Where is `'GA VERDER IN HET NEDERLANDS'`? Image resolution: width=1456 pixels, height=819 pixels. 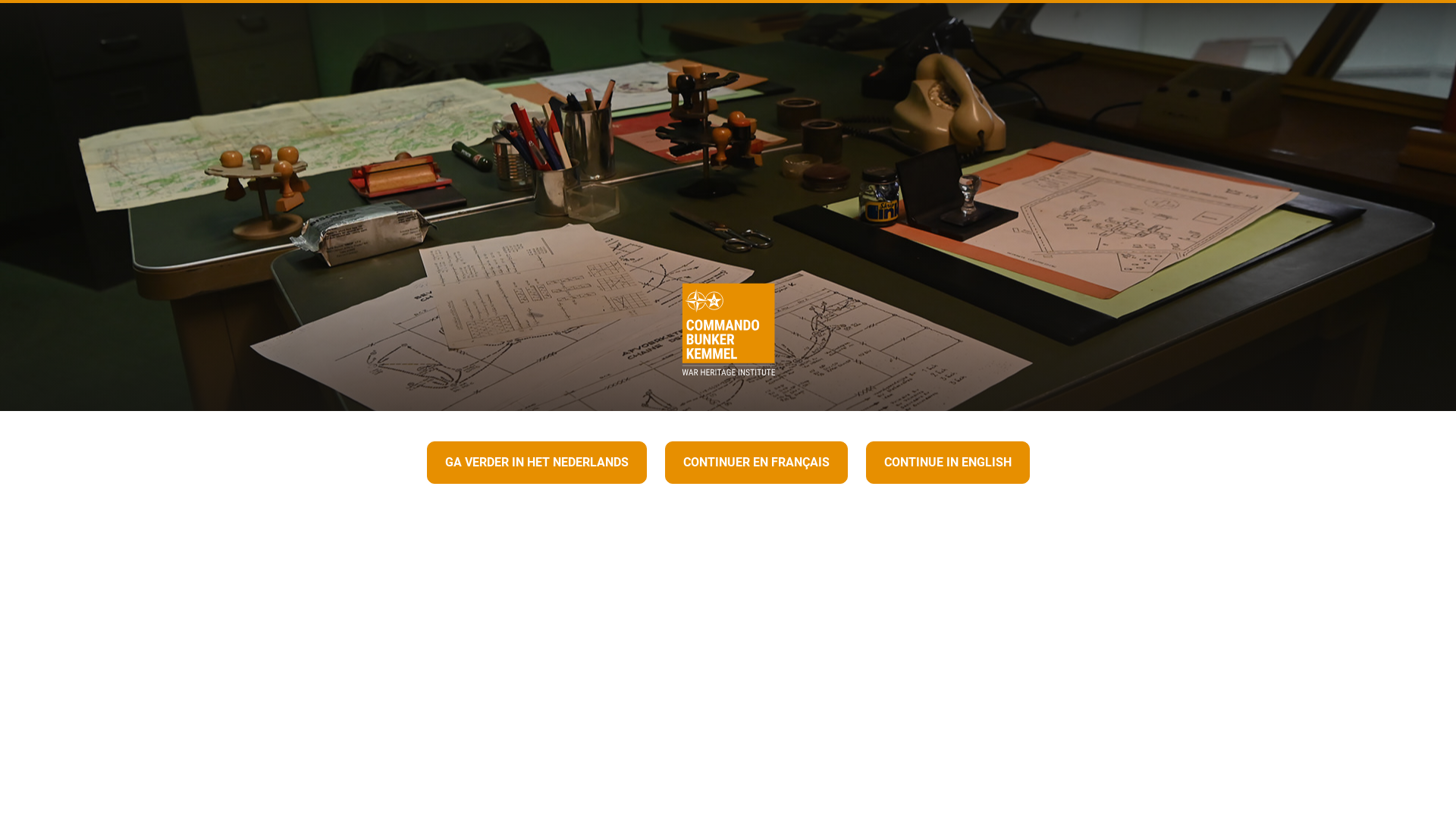 'GA VERDER IN HET NEDERLANDS' is located at coordinates (535, 461).